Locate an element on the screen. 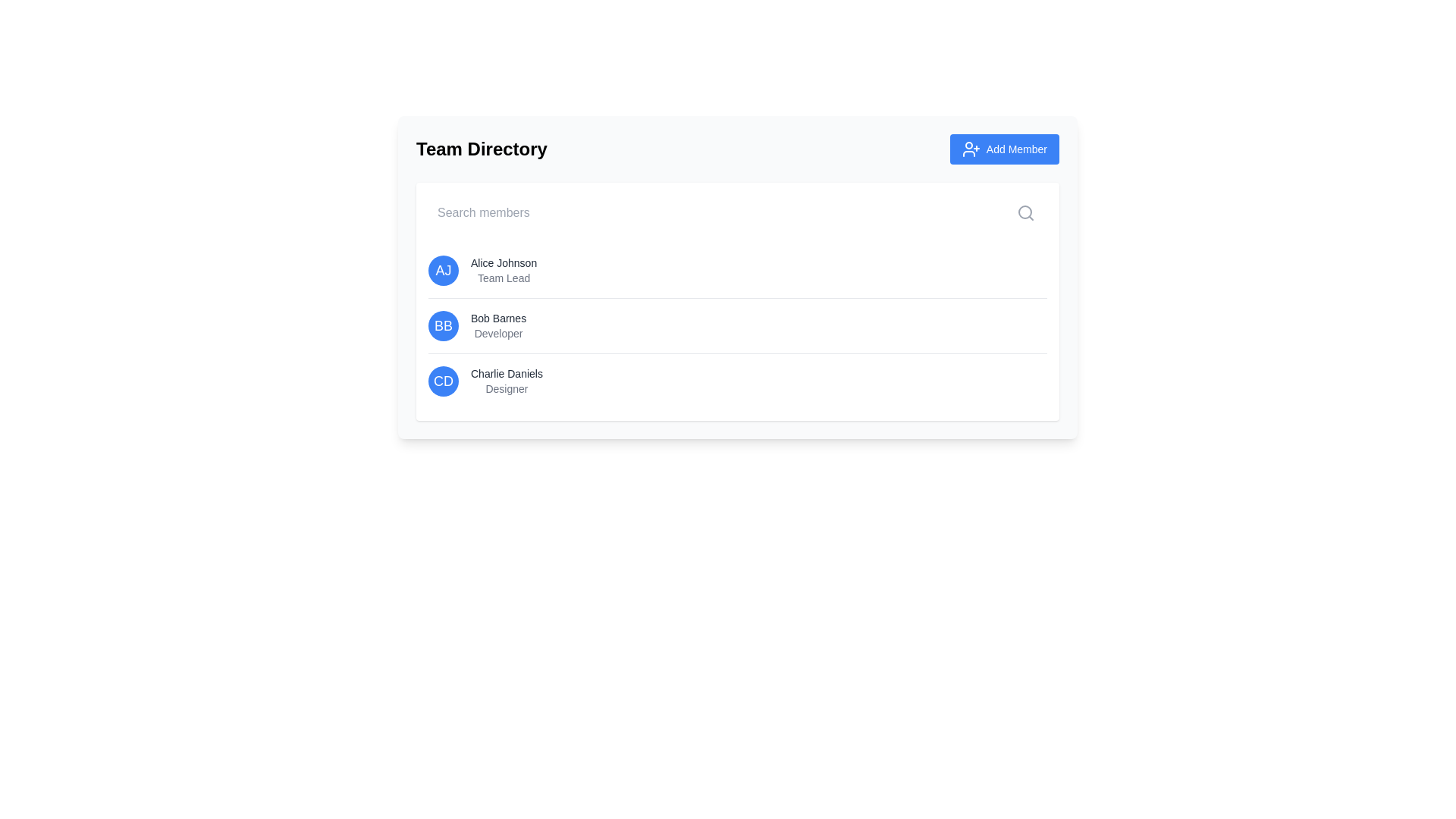 Image resolution: width=1456 pixels, height=819 pixels. the 'Team Directory' header text, which is styled in bold and large black text and located at the top-left corner of the section is located at coordinates (481, 149).